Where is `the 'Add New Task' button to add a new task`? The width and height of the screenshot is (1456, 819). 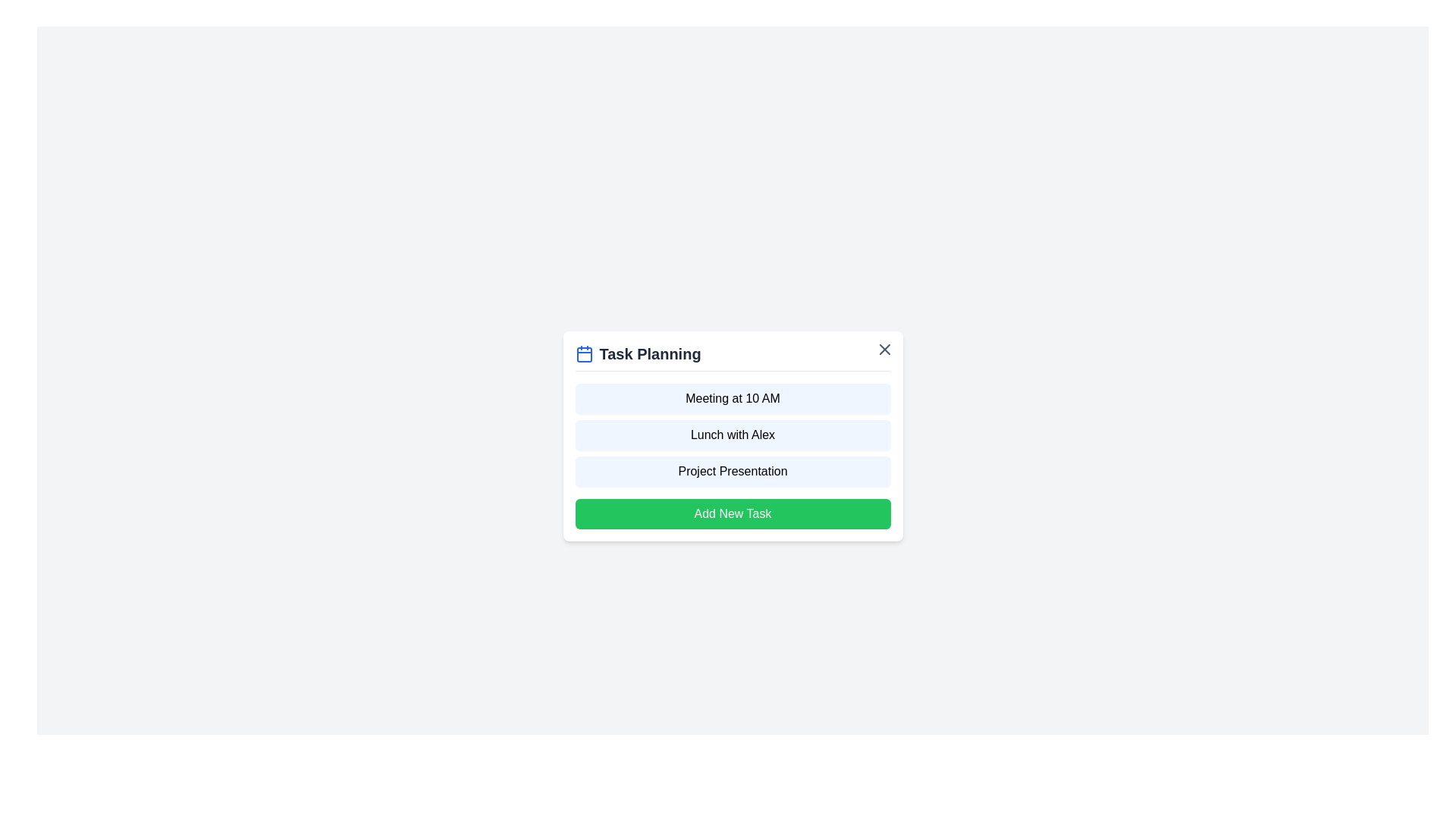 the 'Add New Task' button to add a new task is located at coordinates (733, 513).